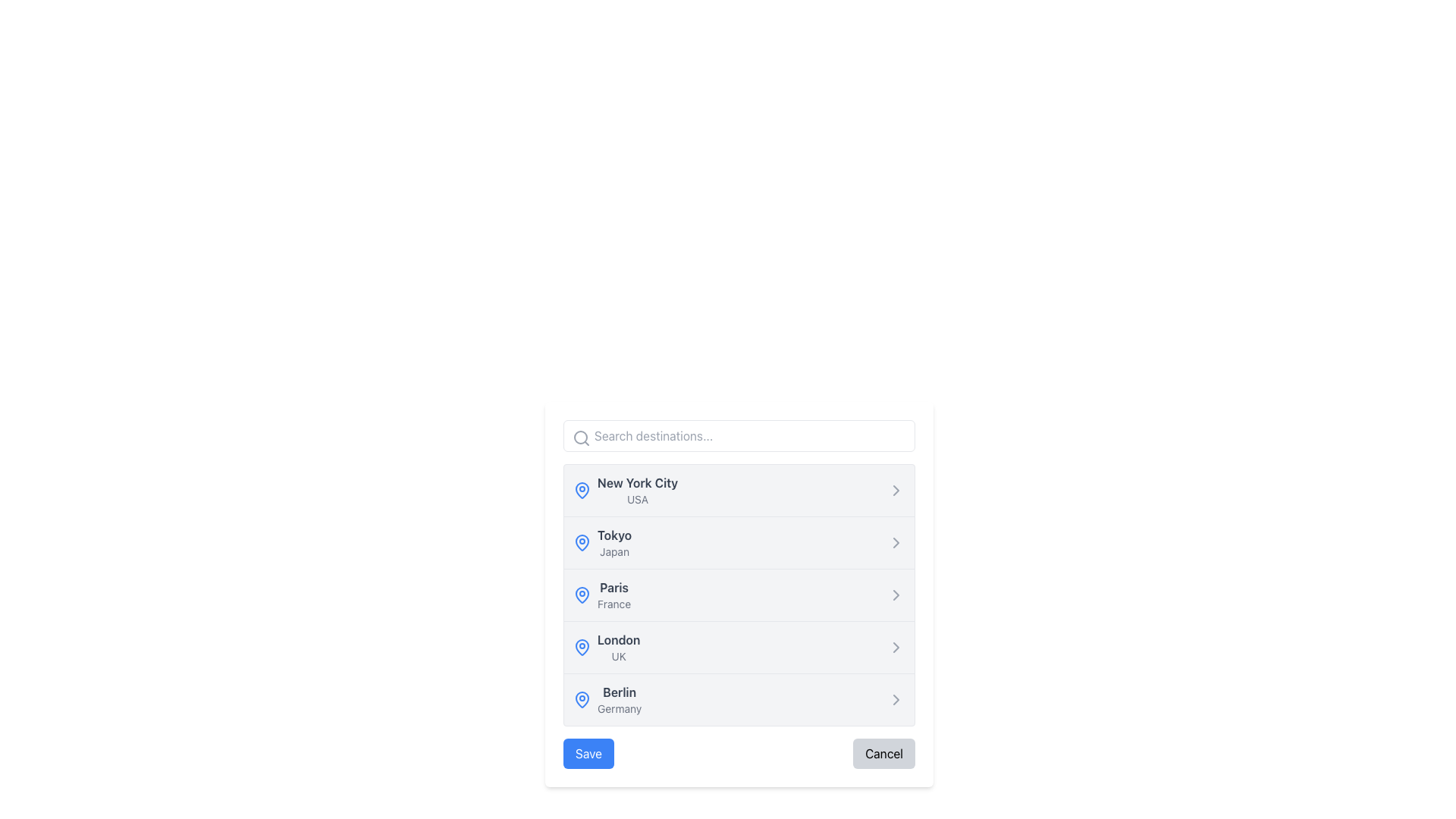 The width and height of the screenshot is (1456, 819). I want to click on the geographical location icon associated with 'London UK' that is positioned left of the text block within a list item, so click(582, 647).